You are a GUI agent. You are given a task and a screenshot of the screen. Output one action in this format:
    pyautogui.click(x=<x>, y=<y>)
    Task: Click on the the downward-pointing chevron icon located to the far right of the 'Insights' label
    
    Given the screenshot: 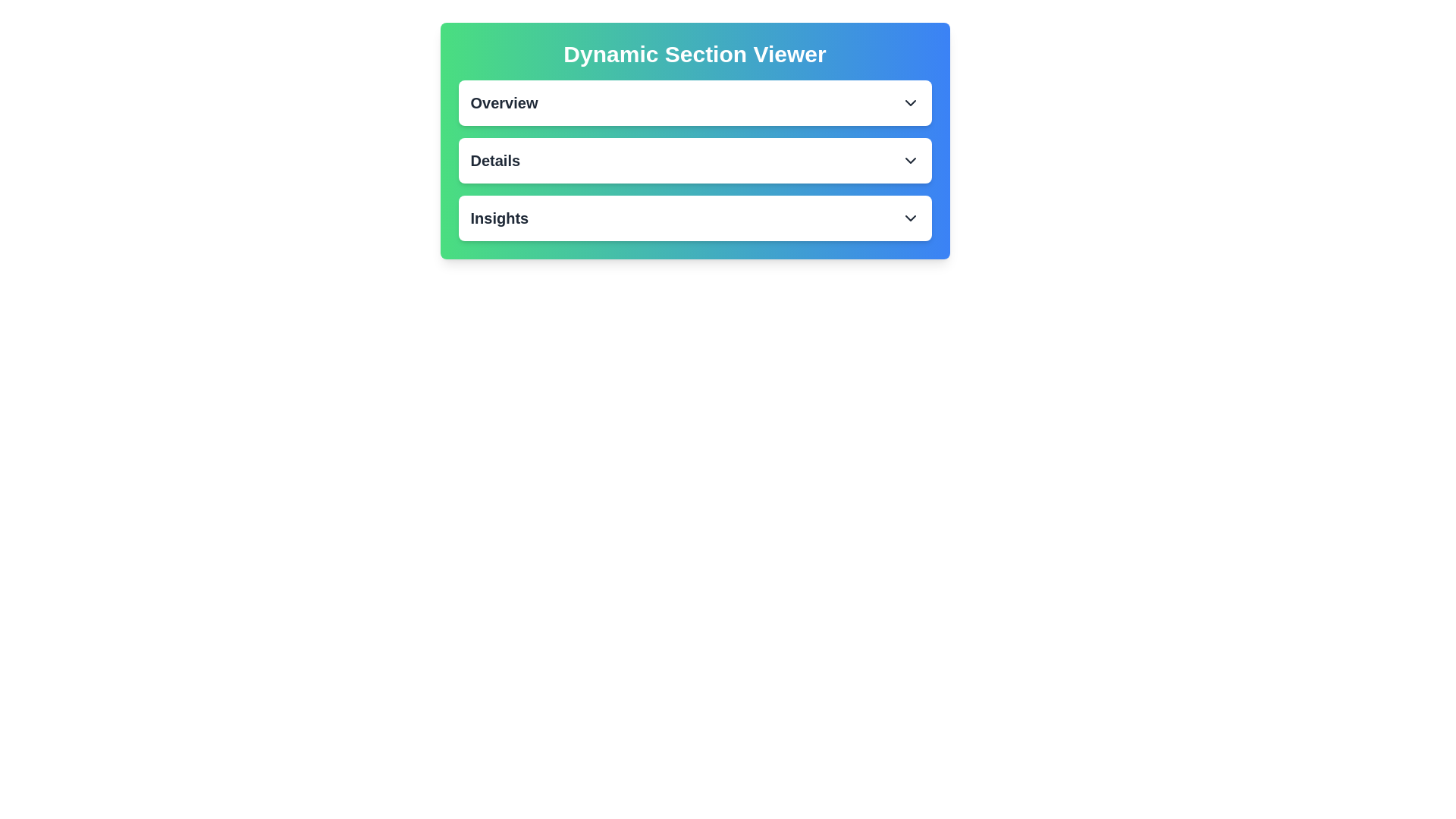 What is the action you would take?
    pyautogui.click(x=910, y=218)
    